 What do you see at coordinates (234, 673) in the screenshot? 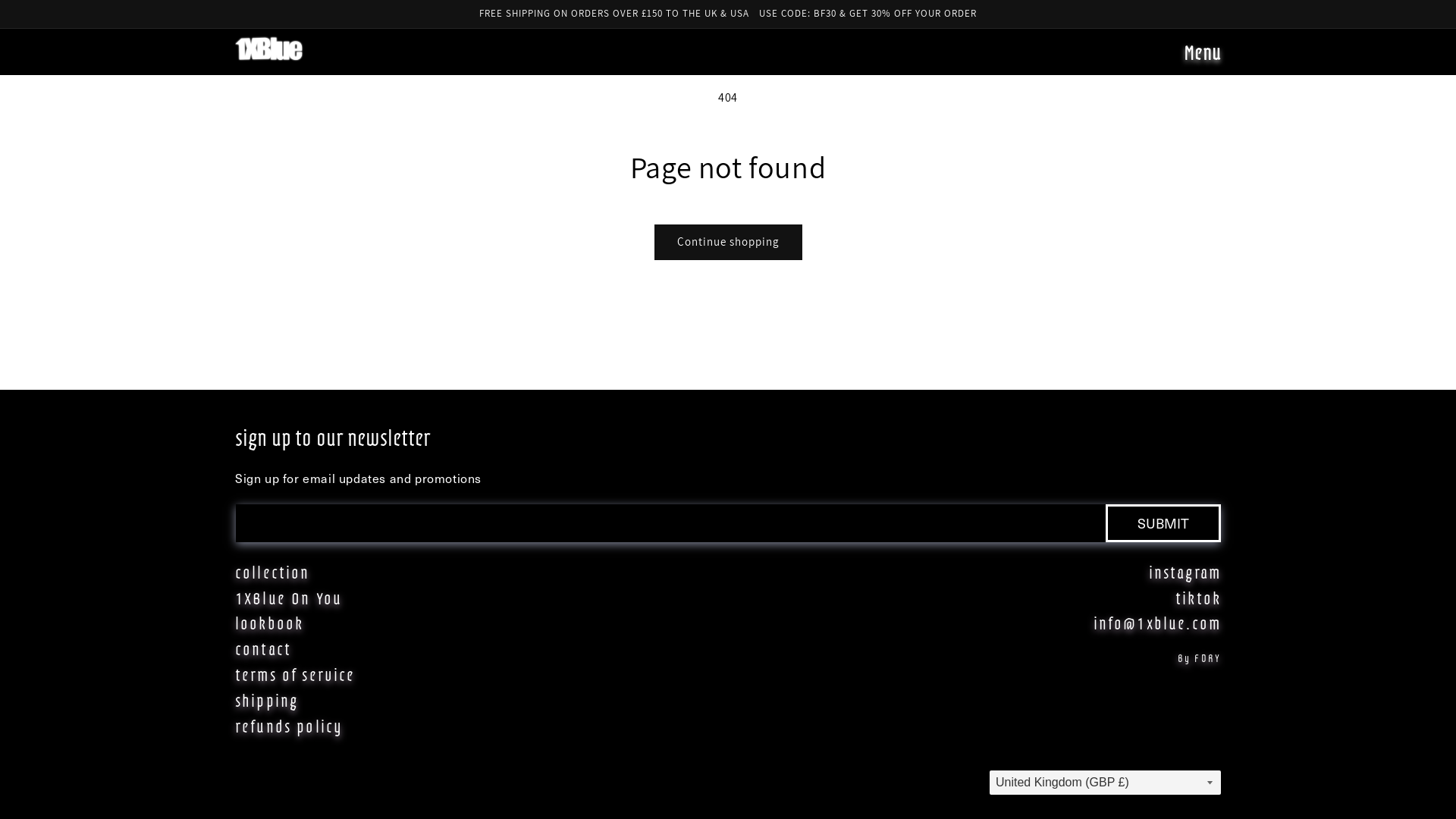
I see `'terms of service'` at bounding box center [234, 673].